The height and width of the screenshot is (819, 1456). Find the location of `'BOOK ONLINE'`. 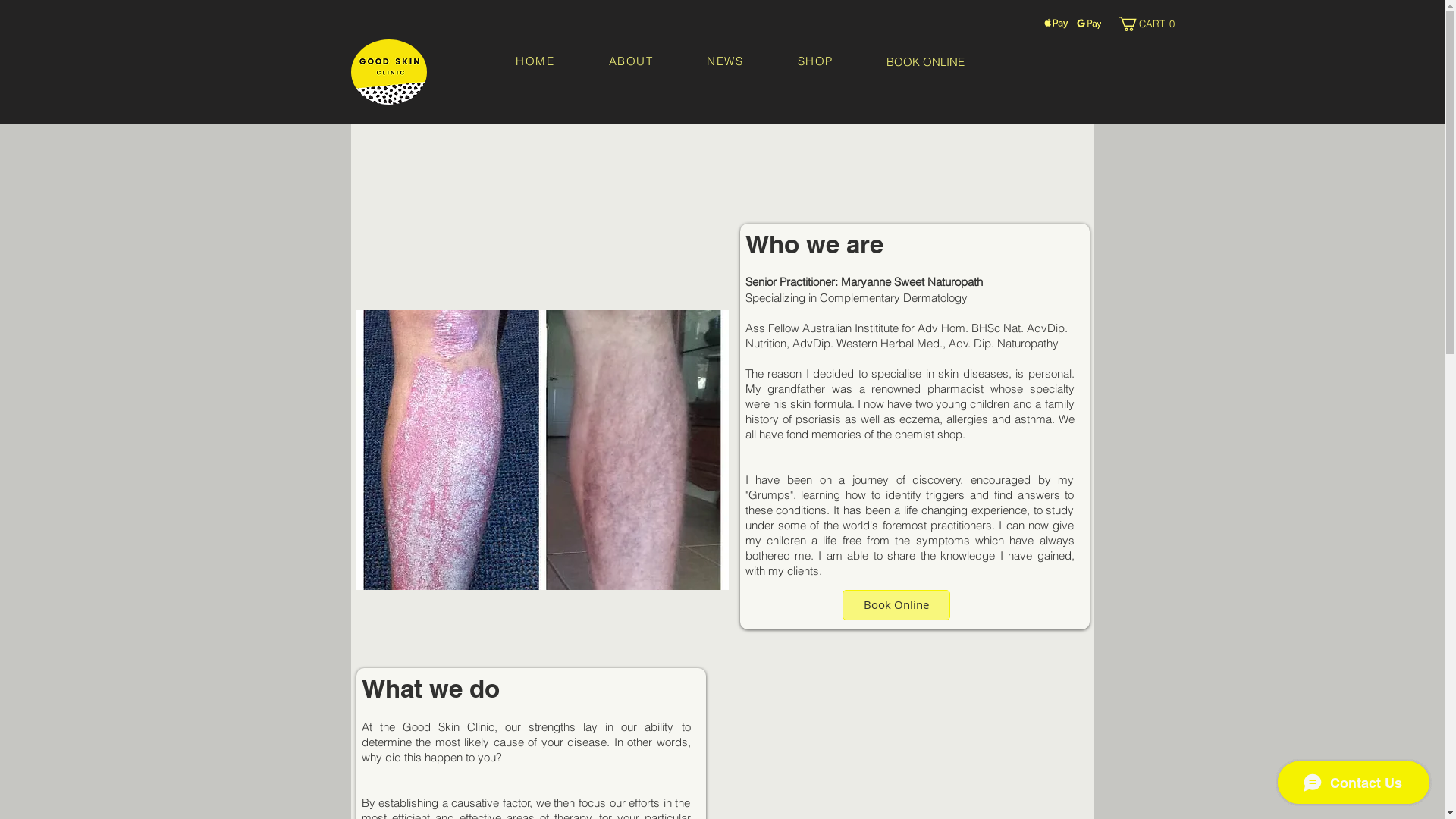

'BOOK ONLINE' is located at coordinates (872, 61).